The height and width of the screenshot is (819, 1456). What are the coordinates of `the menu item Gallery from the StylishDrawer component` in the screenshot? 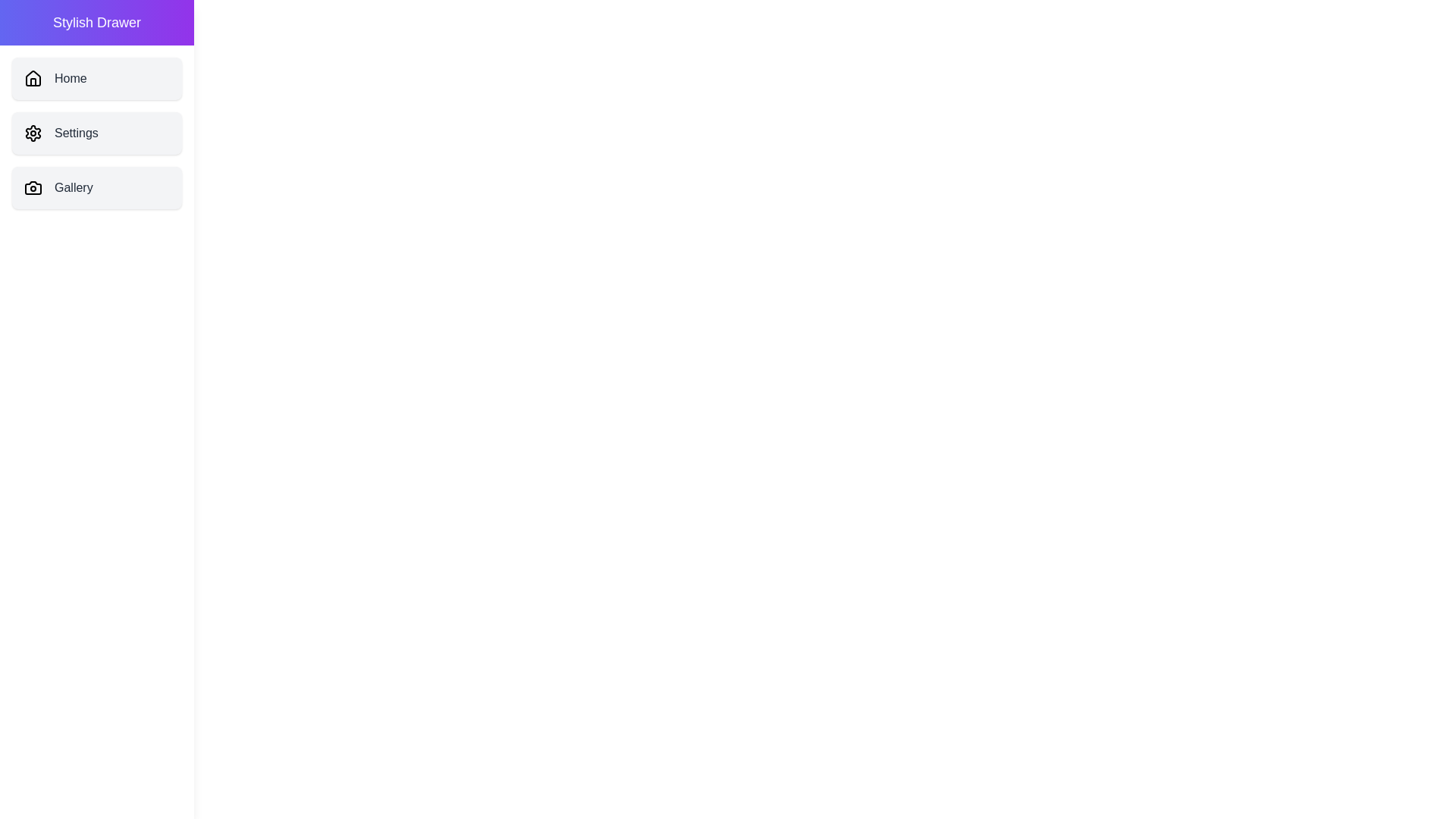 It's located at (96, 187).